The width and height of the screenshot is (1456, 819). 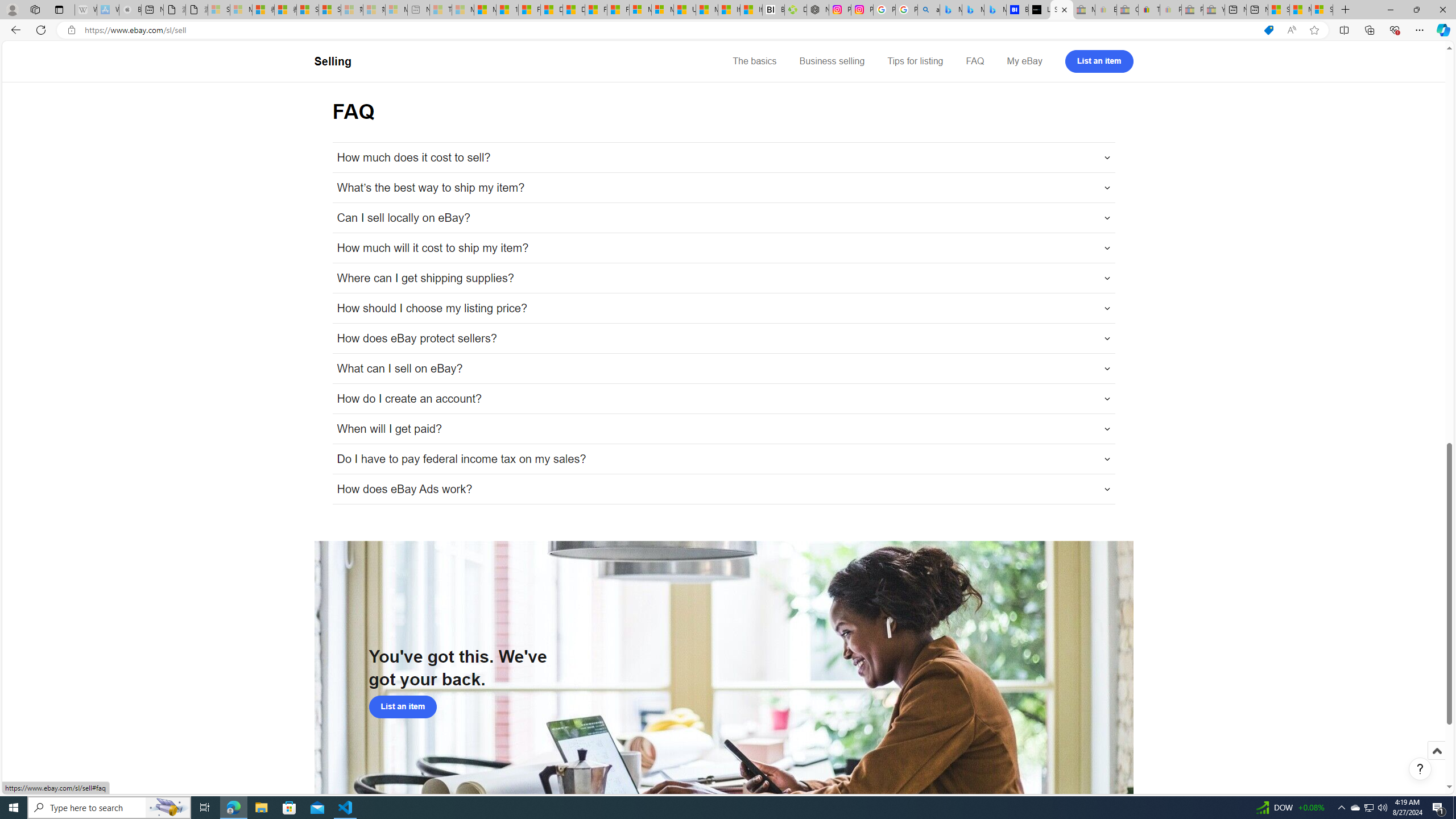 What do you see at coordinates (723, 248) in the screenshot?
I see `'How much will it cost to ship my item?'` at bounding box center [723, 248].